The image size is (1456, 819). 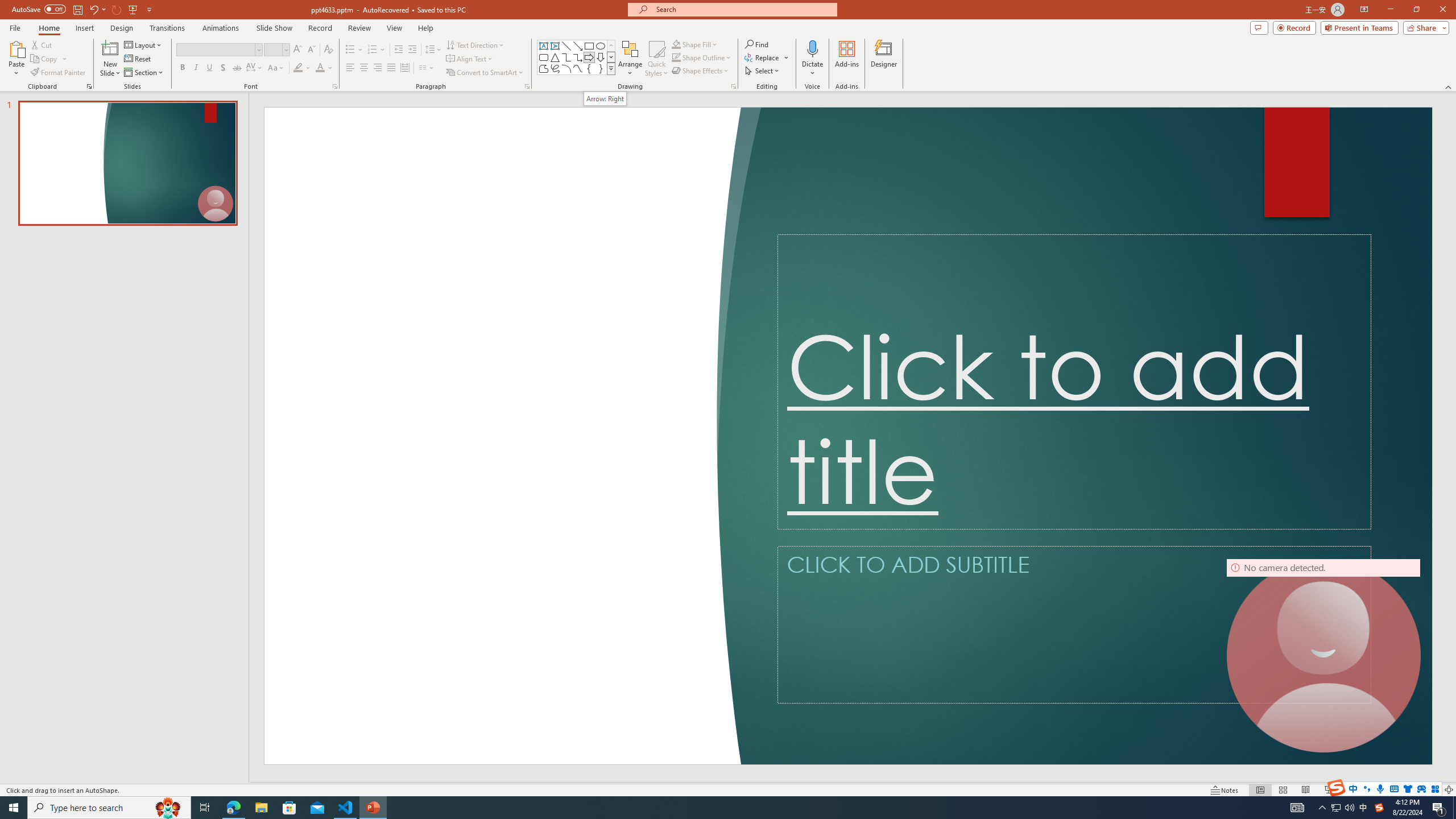 I want to click on 'Font...', so click(x=334, y=85).